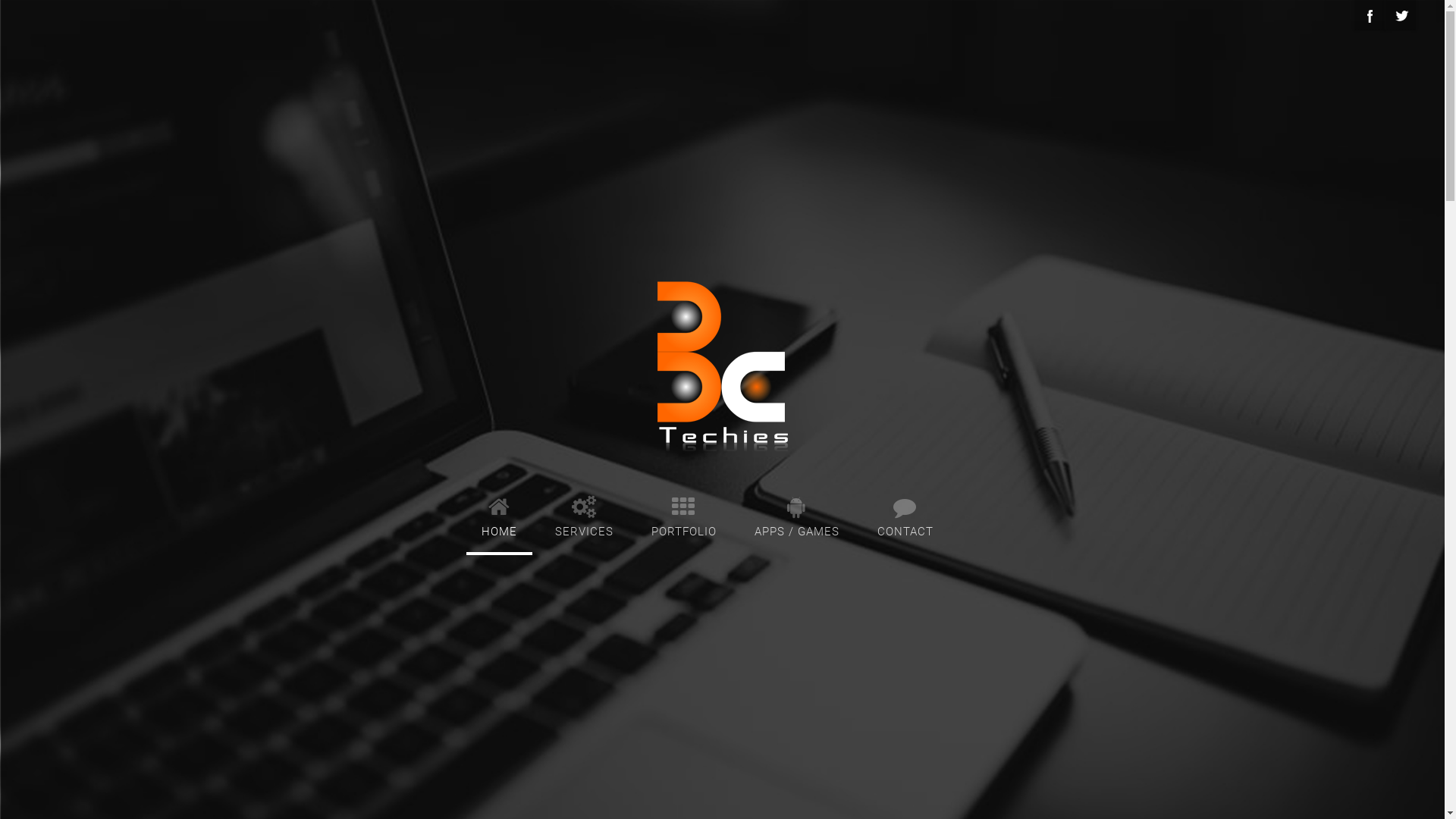  What do you see at coordinates (1369, 14) in the screenshot?
I see `'Facebook'` at bounding box center [1369, 14].